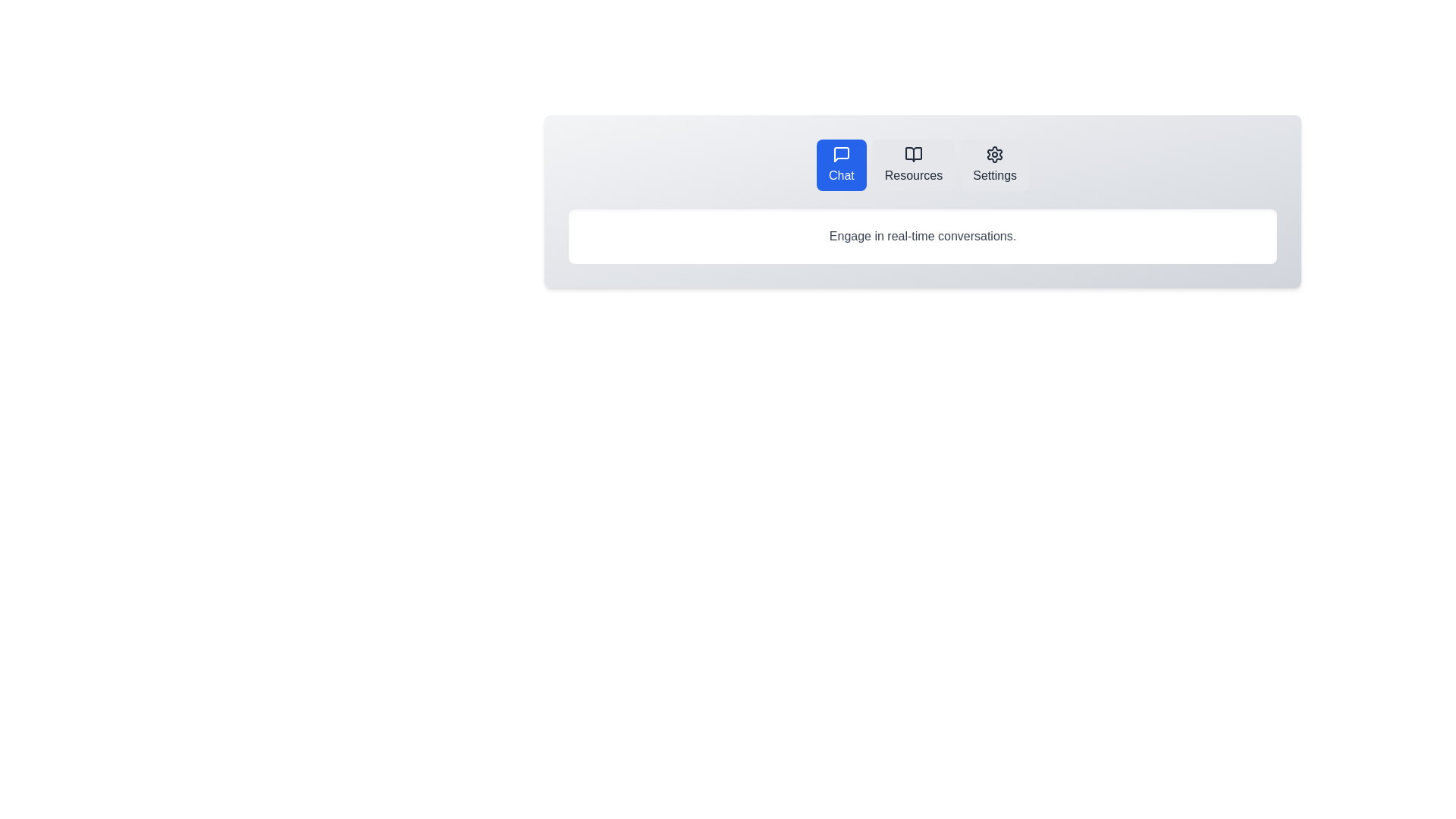 The image size is (1456, 819). Describe the element at coordinates (912, 155) in the screenshot. I see `the small black-and-white open book icon located in the center of the 'Resources' button area in the horizontal menu` at that location.